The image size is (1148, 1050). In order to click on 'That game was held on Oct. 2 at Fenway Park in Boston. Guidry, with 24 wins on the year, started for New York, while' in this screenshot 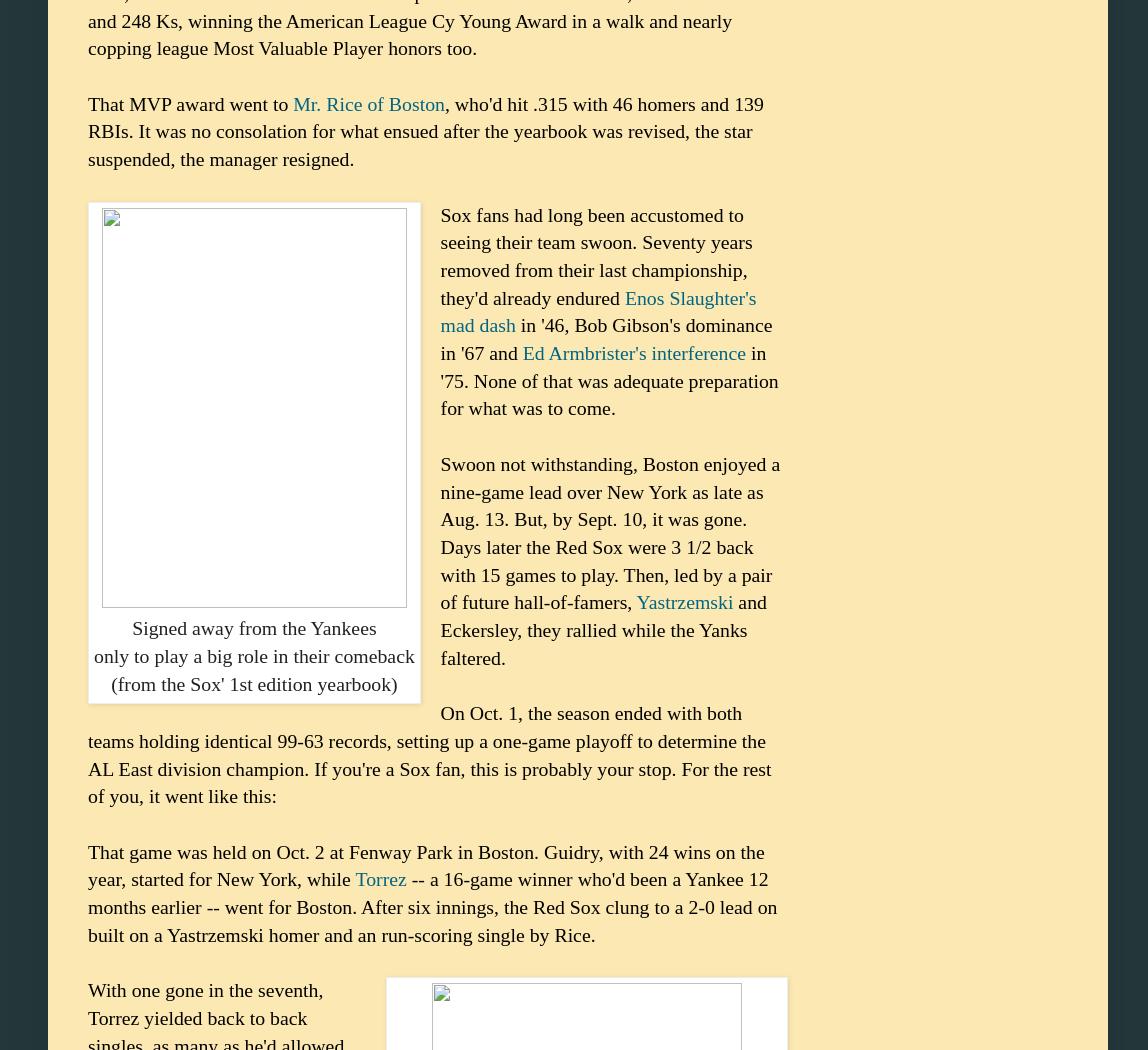, I will do `click(88, 863)`.